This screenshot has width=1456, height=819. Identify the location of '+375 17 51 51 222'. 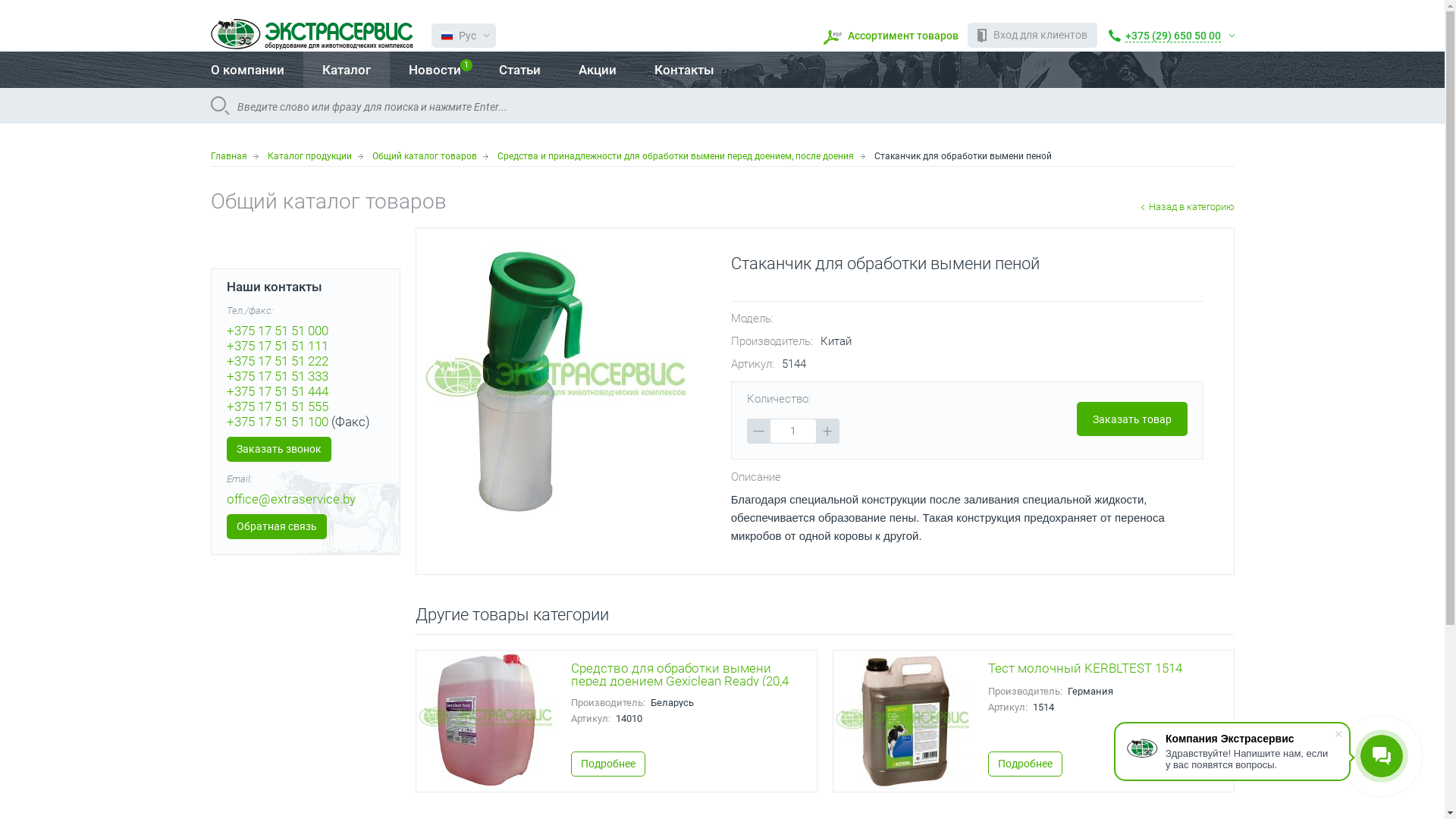
(224, 360).